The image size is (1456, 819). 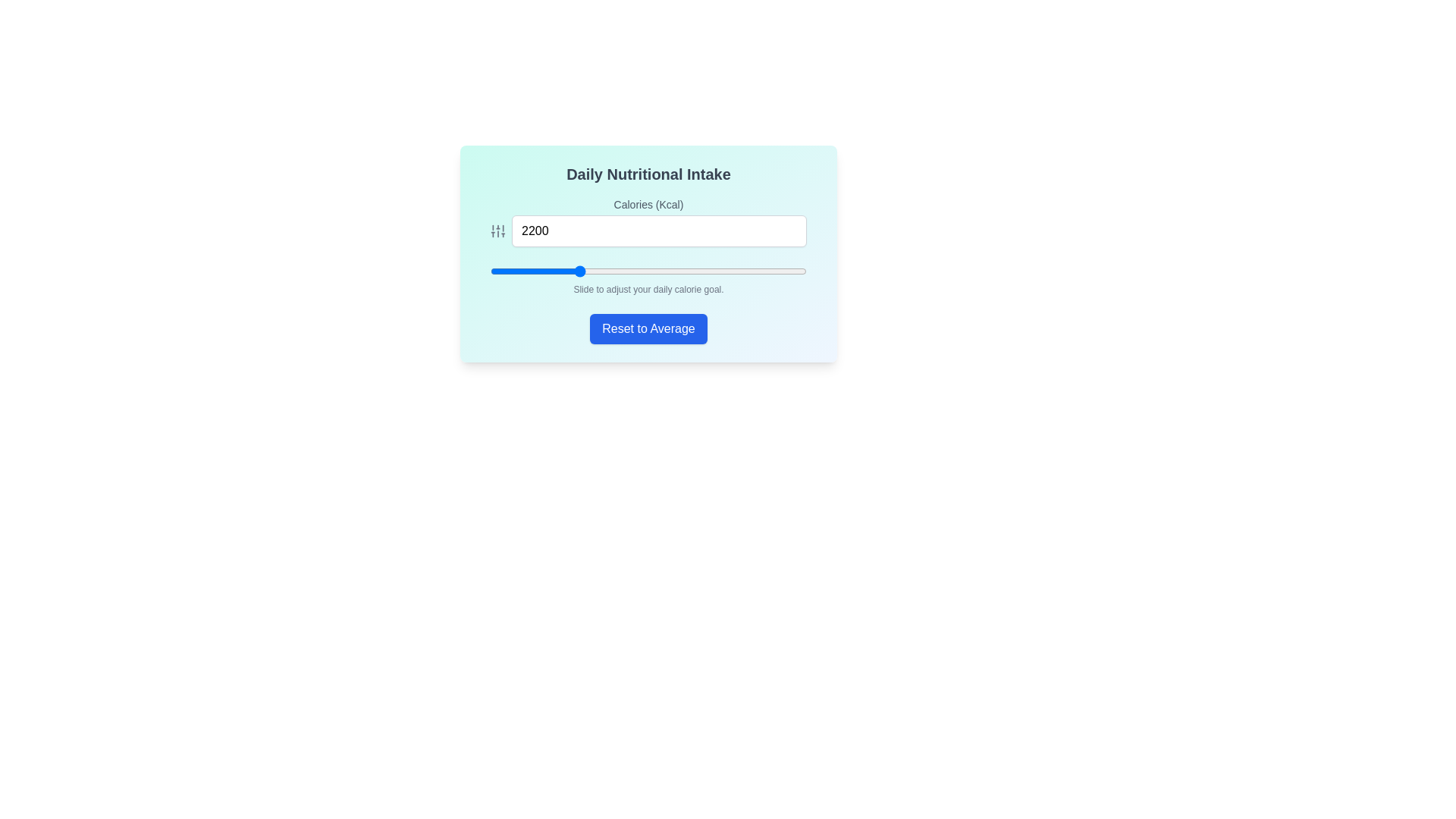 I want to click on the calorie goal, so click(x=681, y=271).